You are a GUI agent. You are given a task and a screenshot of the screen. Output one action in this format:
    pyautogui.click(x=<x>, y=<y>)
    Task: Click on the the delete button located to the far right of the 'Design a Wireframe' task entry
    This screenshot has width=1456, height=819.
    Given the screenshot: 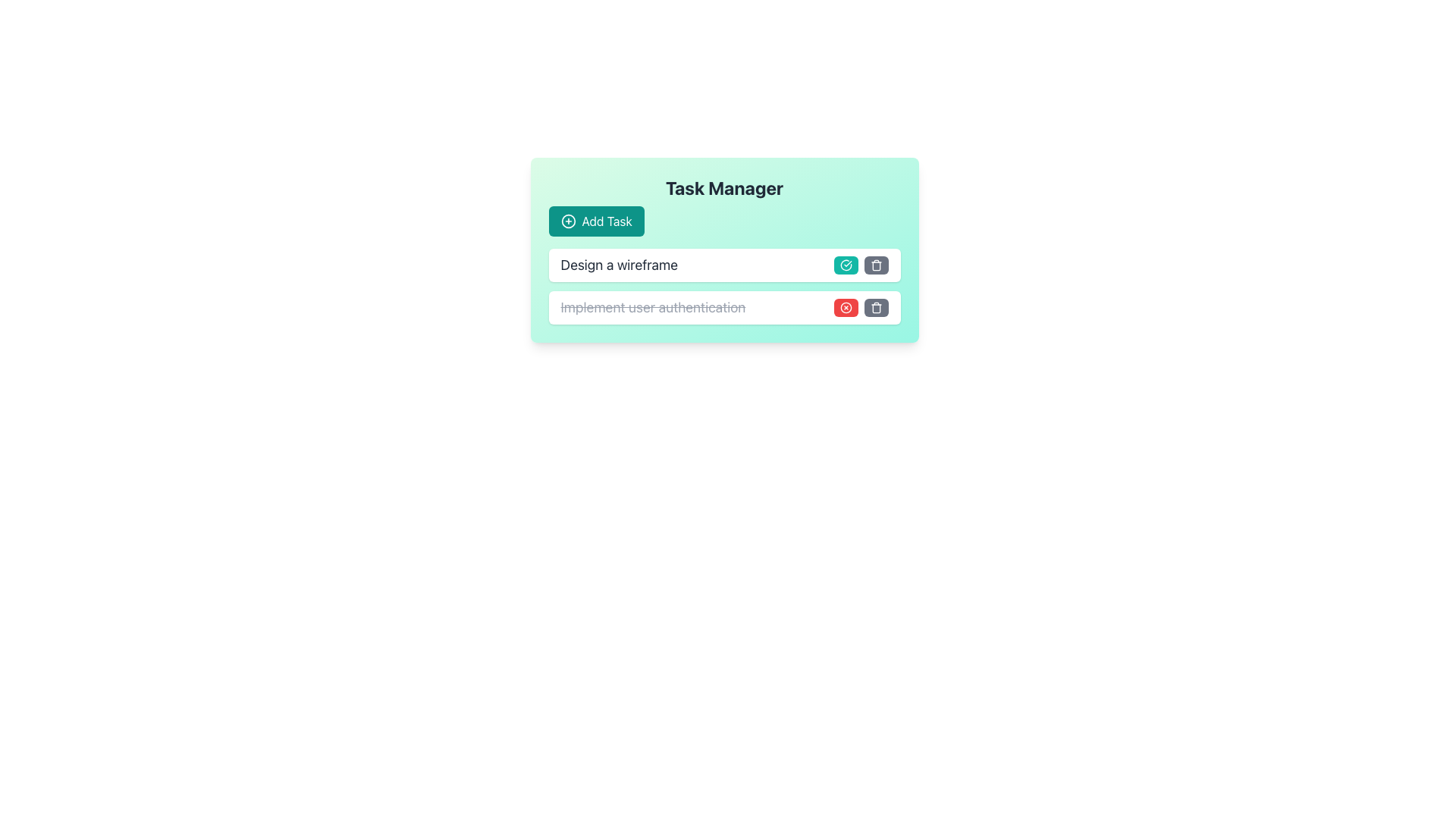 What is the action you would take?
    pyautogui.click(x=876, y=265)
    